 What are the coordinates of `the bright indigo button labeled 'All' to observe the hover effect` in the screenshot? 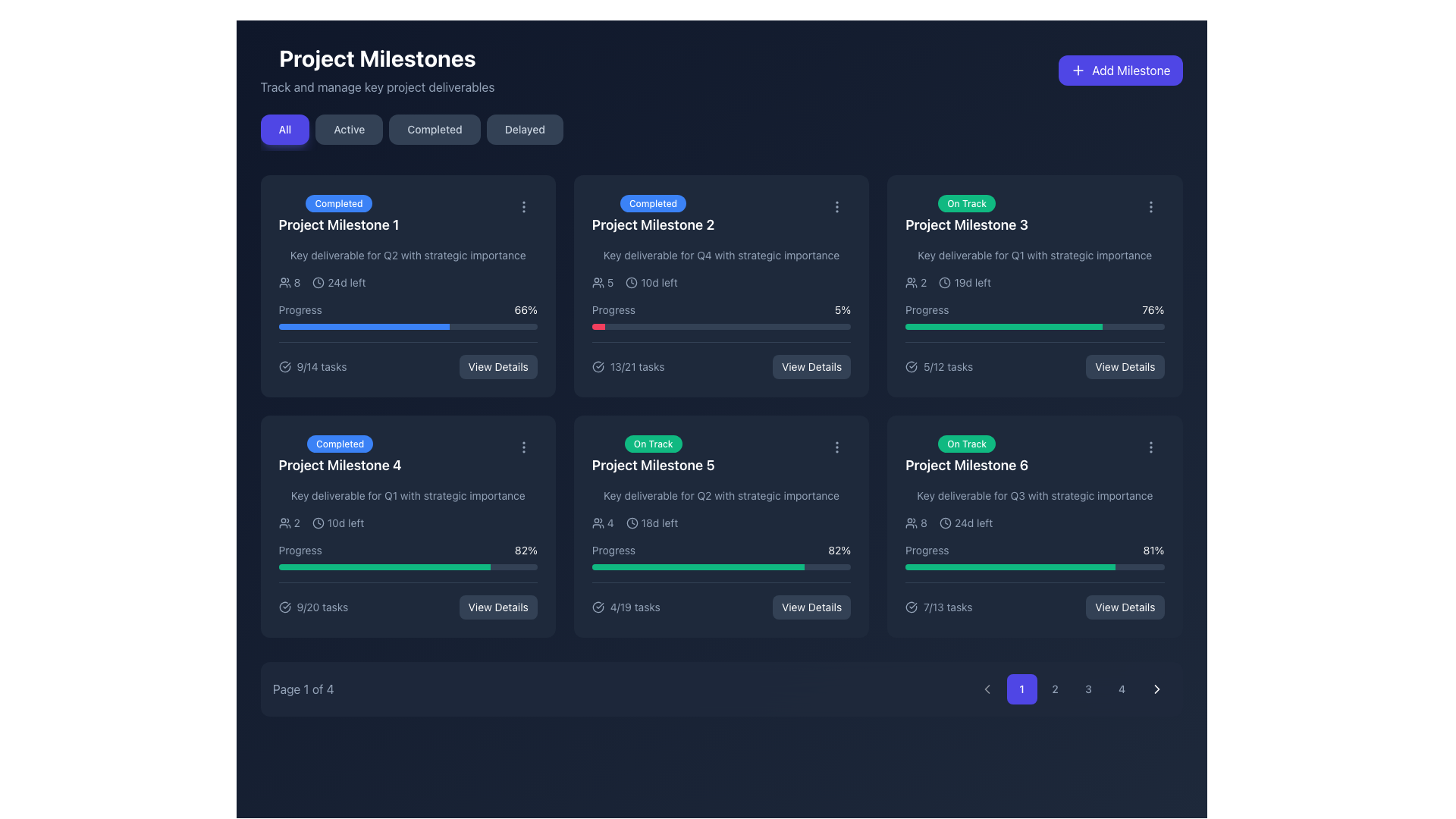 It's located at (284, 128).